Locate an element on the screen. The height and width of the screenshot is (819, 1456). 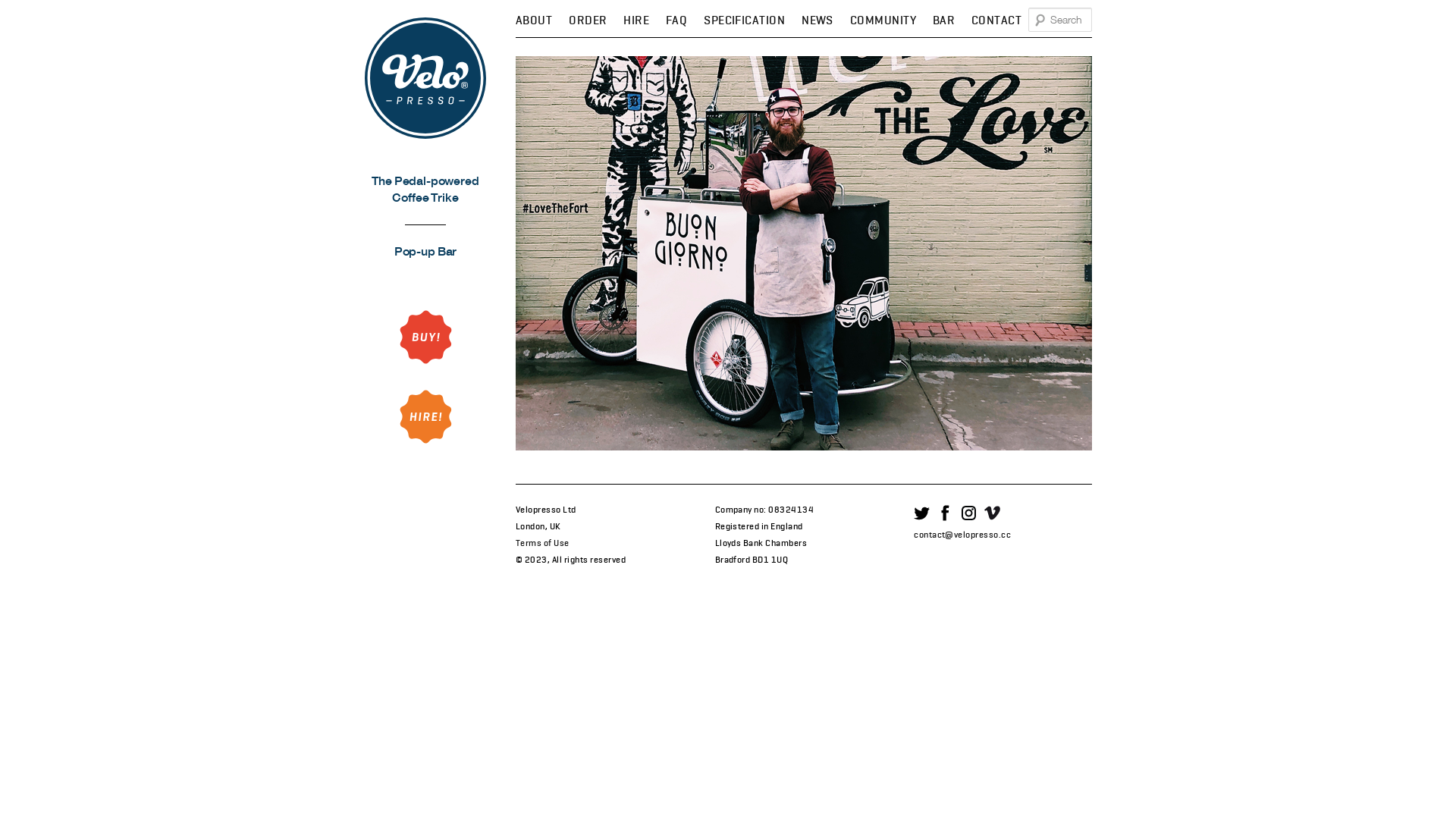
'COMMUNITY' is located at coordinates (890, 20).